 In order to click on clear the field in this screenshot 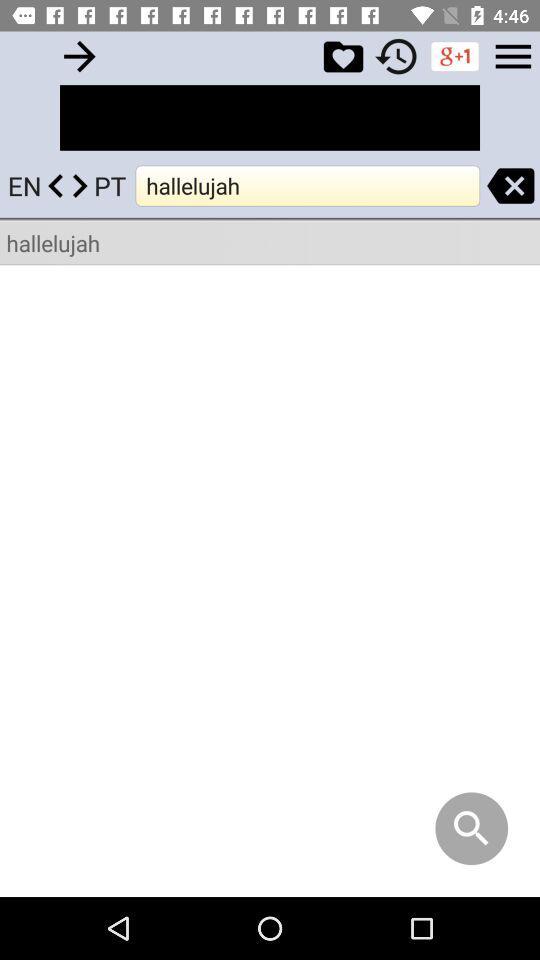, I will do `click(510, 185)`.